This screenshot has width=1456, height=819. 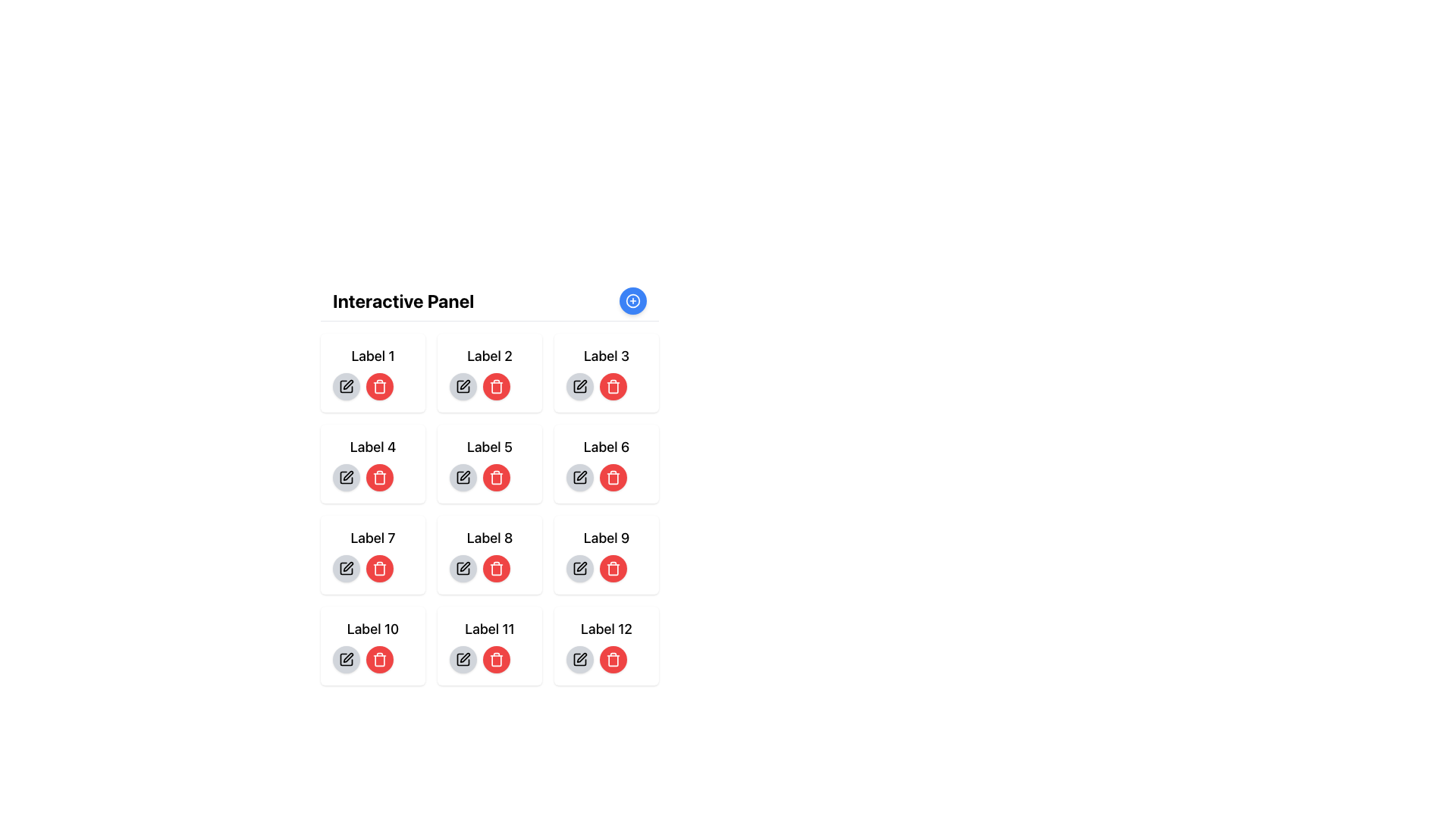 I want to click on the 'edit' icon located in the second row of the grid under the 'Interactive Panel' header in the card labeled 'Label 2', so click(x=464, y=384).